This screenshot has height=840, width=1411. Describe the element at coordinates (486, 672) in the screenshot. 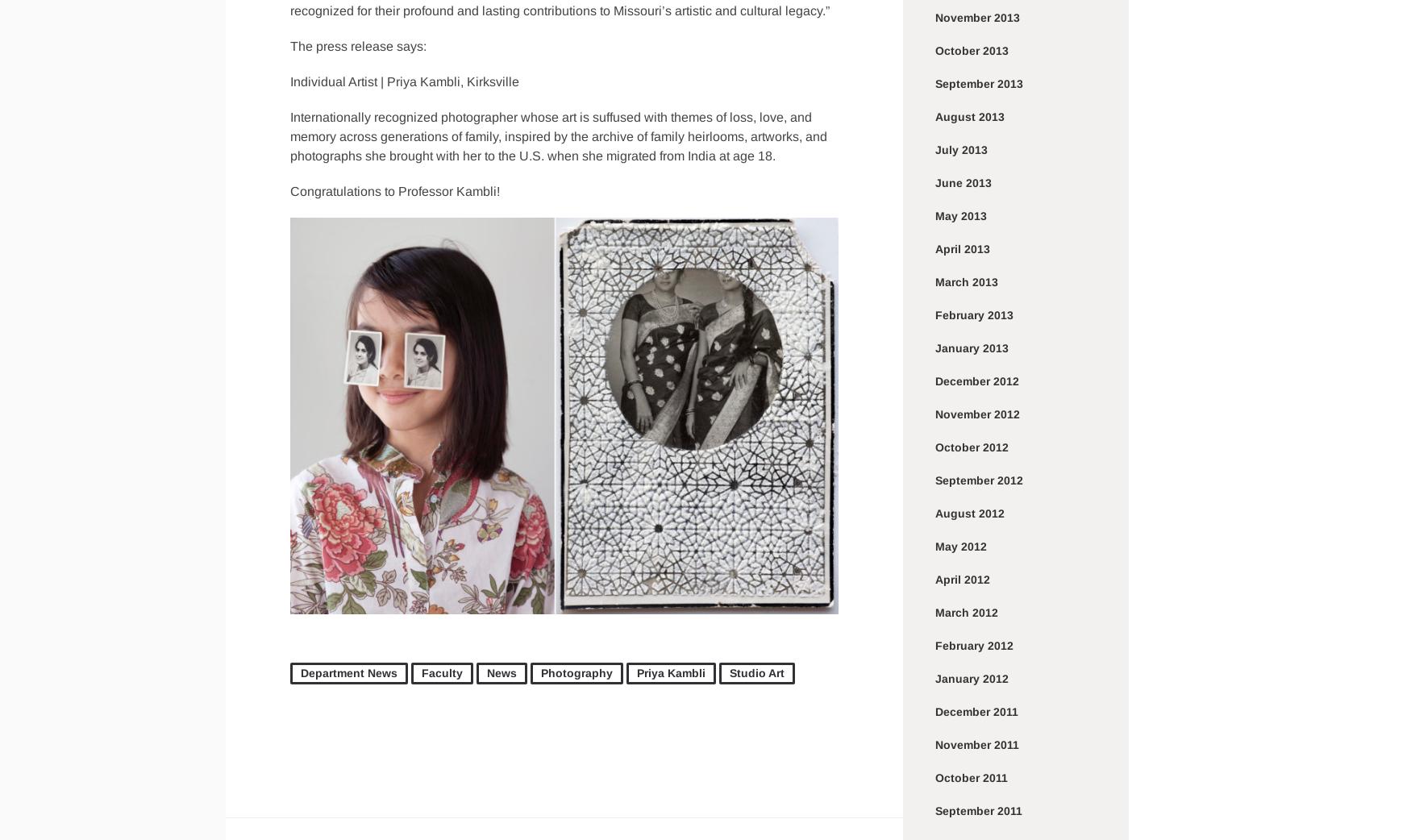

I see `'News'` at that location.